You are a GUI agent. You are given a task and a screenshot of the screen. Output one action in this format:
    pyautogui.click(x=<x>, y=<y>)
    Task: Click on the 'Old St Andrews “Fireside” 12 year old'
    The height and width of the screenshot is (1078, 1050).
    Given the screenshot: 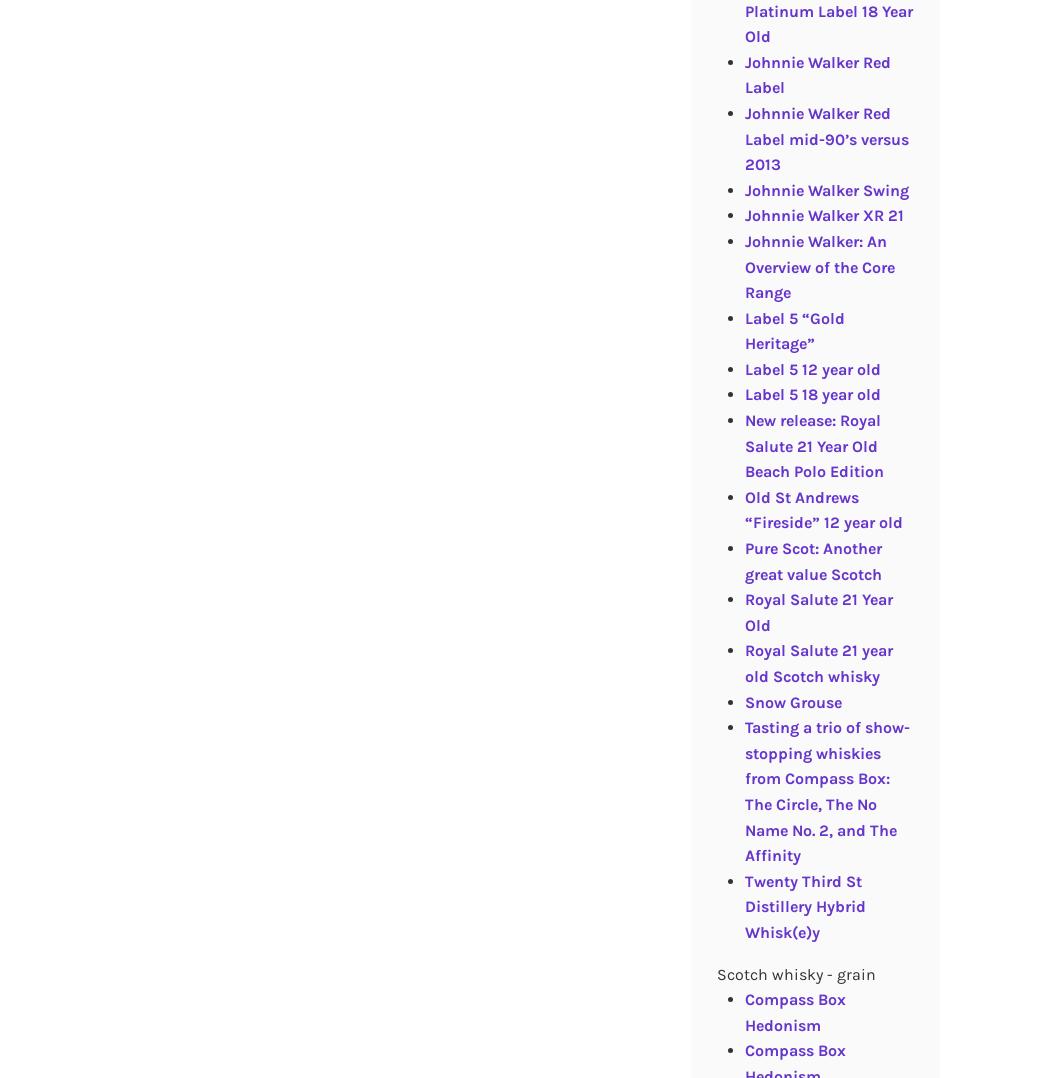 What is the action you would take?
    pyautogui.click(x=821, y=509)
    